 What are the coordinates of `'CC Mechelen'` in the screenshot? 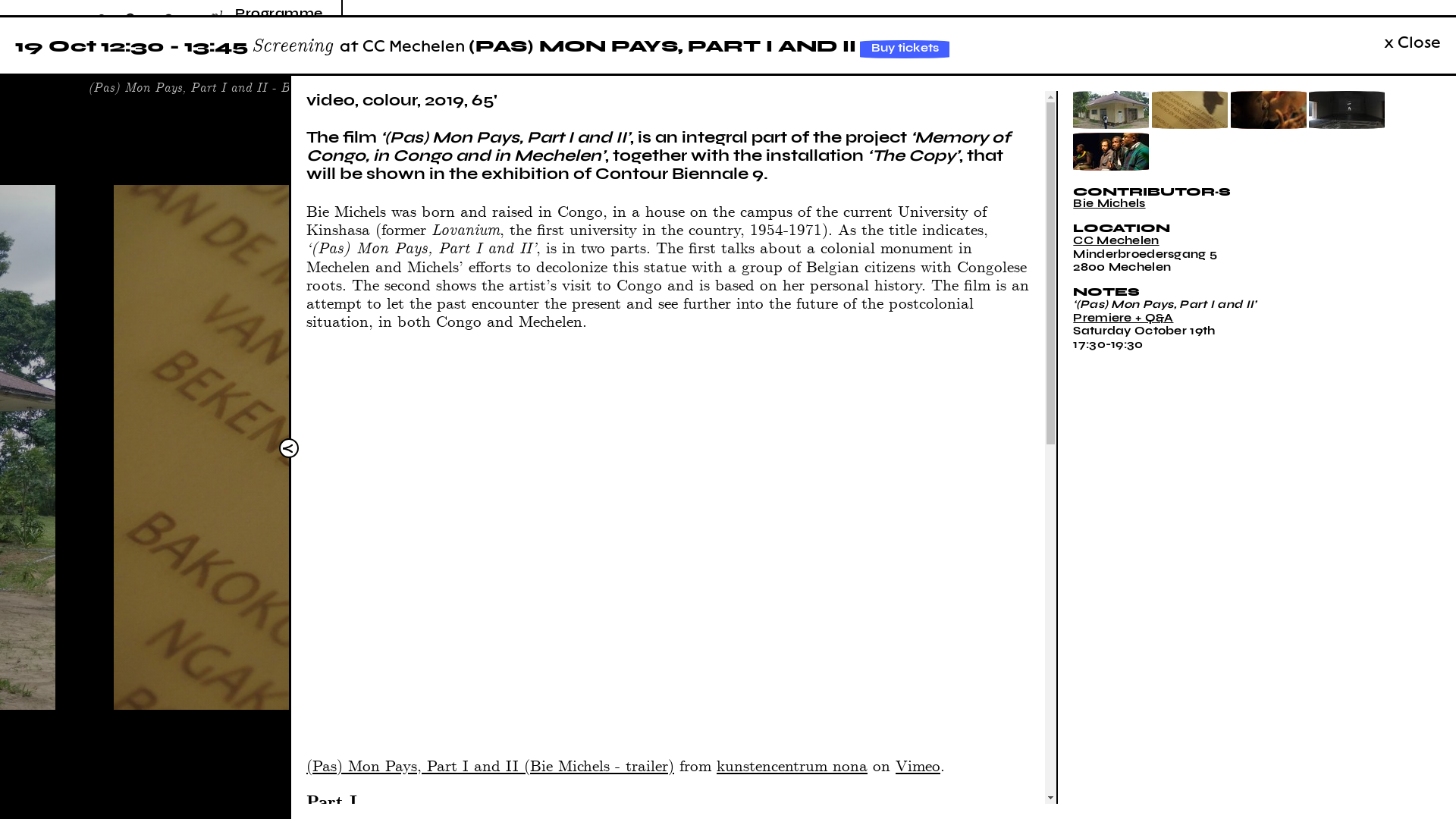 It's located at (1072, 239).